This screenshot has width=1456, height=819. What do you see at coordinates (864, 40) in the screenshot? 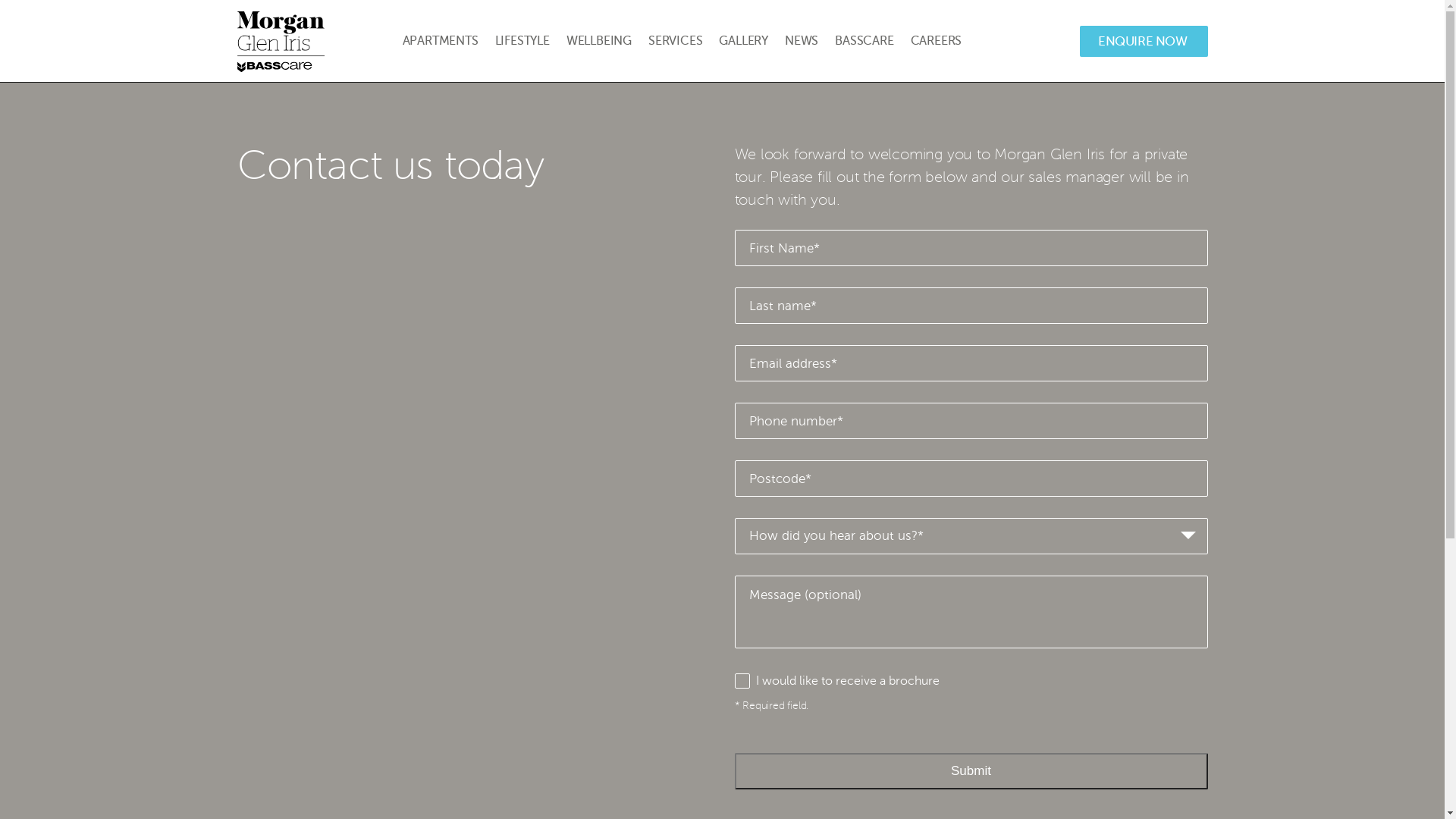
I see `'BASSCARE'` at bounding box center [864, 40].